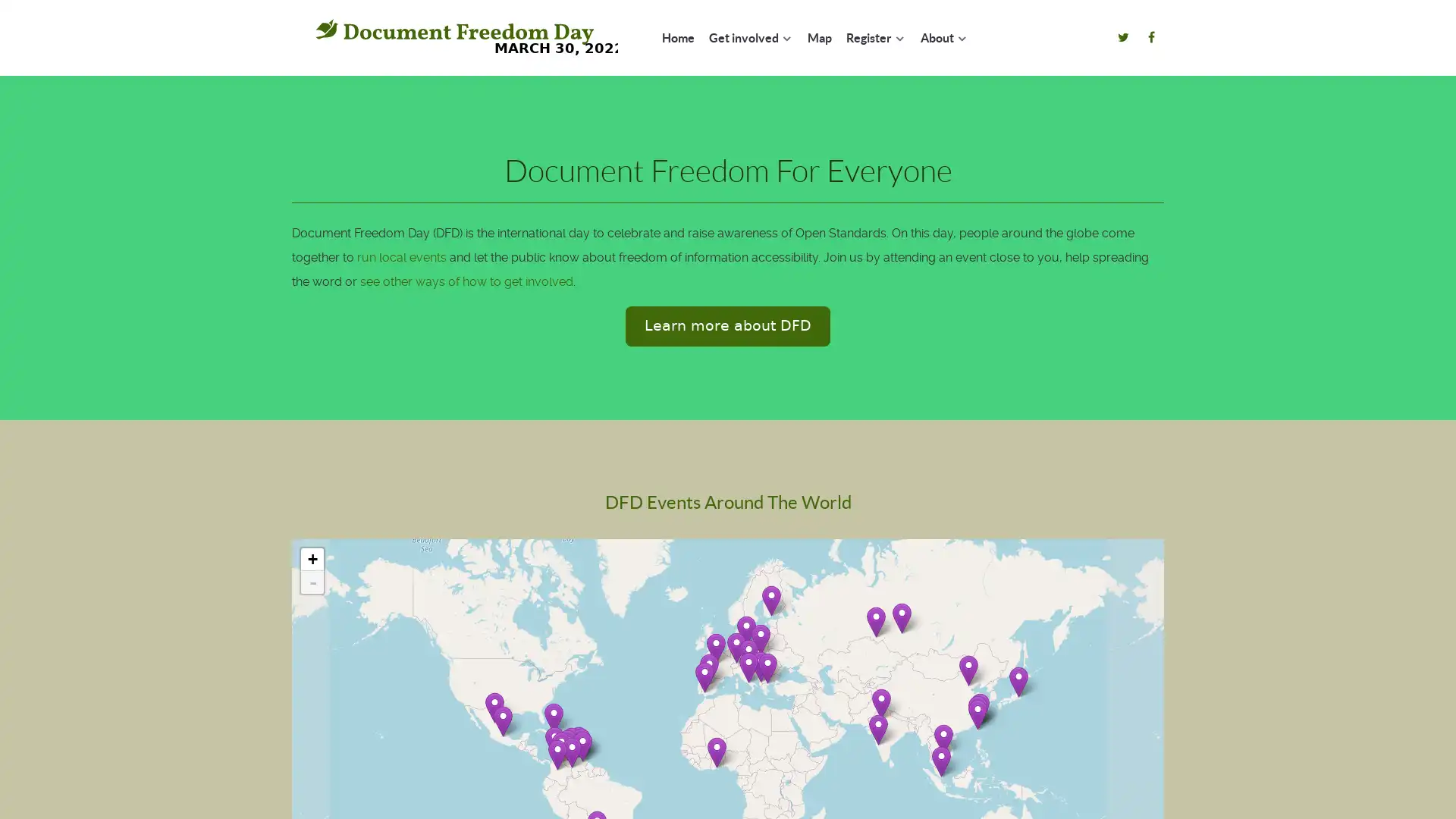  What do you see at coordinates (312, 558) in the screenshot?
I see `Zoom in` at bounding box center [312, 558].